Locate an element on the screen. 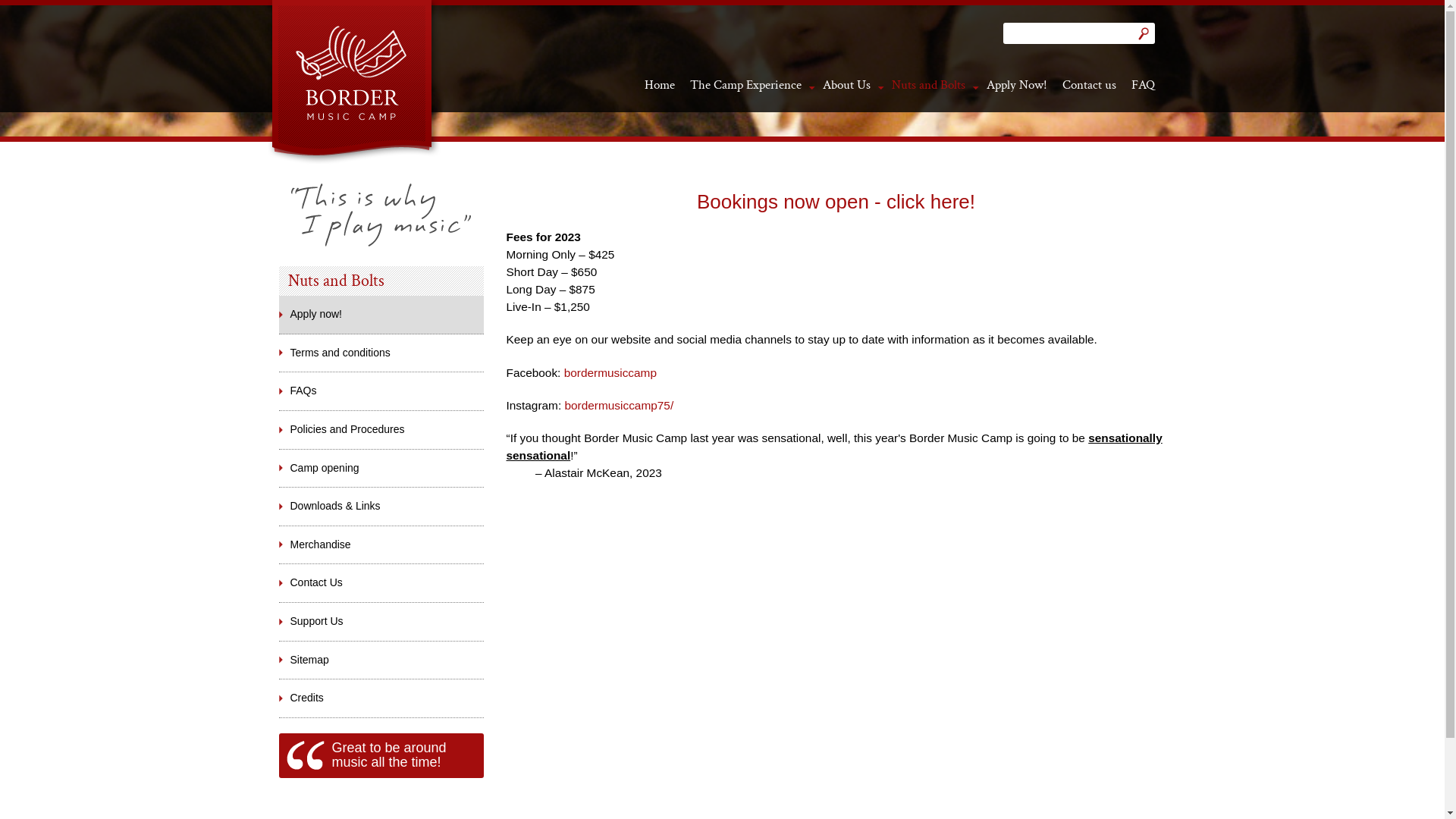 This screenshot has height=819, width=1456. 'Go' is located at coordinates (1143, 33).